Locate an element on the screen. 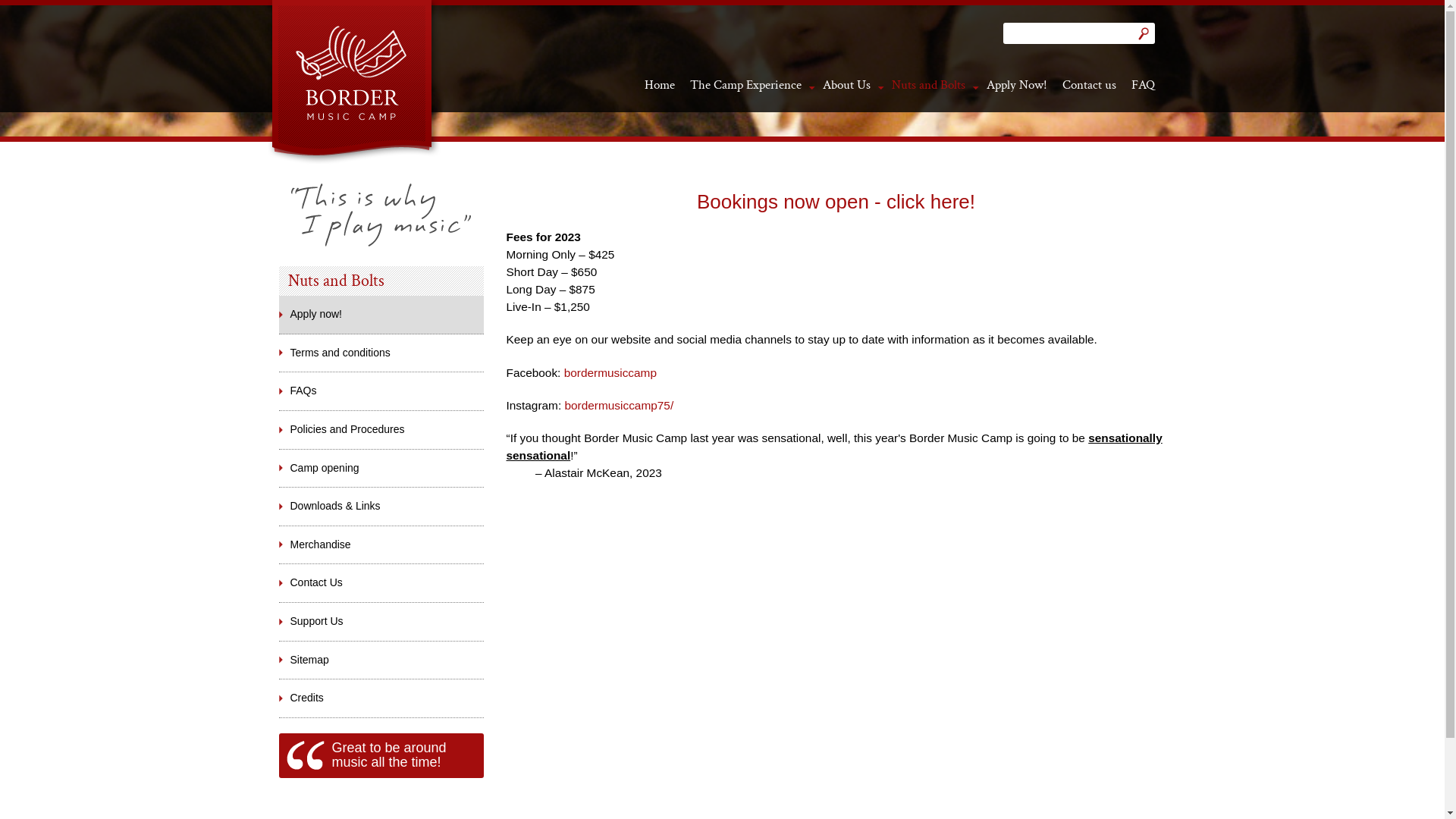 This screenshot has height=819, width=1456. 'Go' is located at coordinates (1143, 33).